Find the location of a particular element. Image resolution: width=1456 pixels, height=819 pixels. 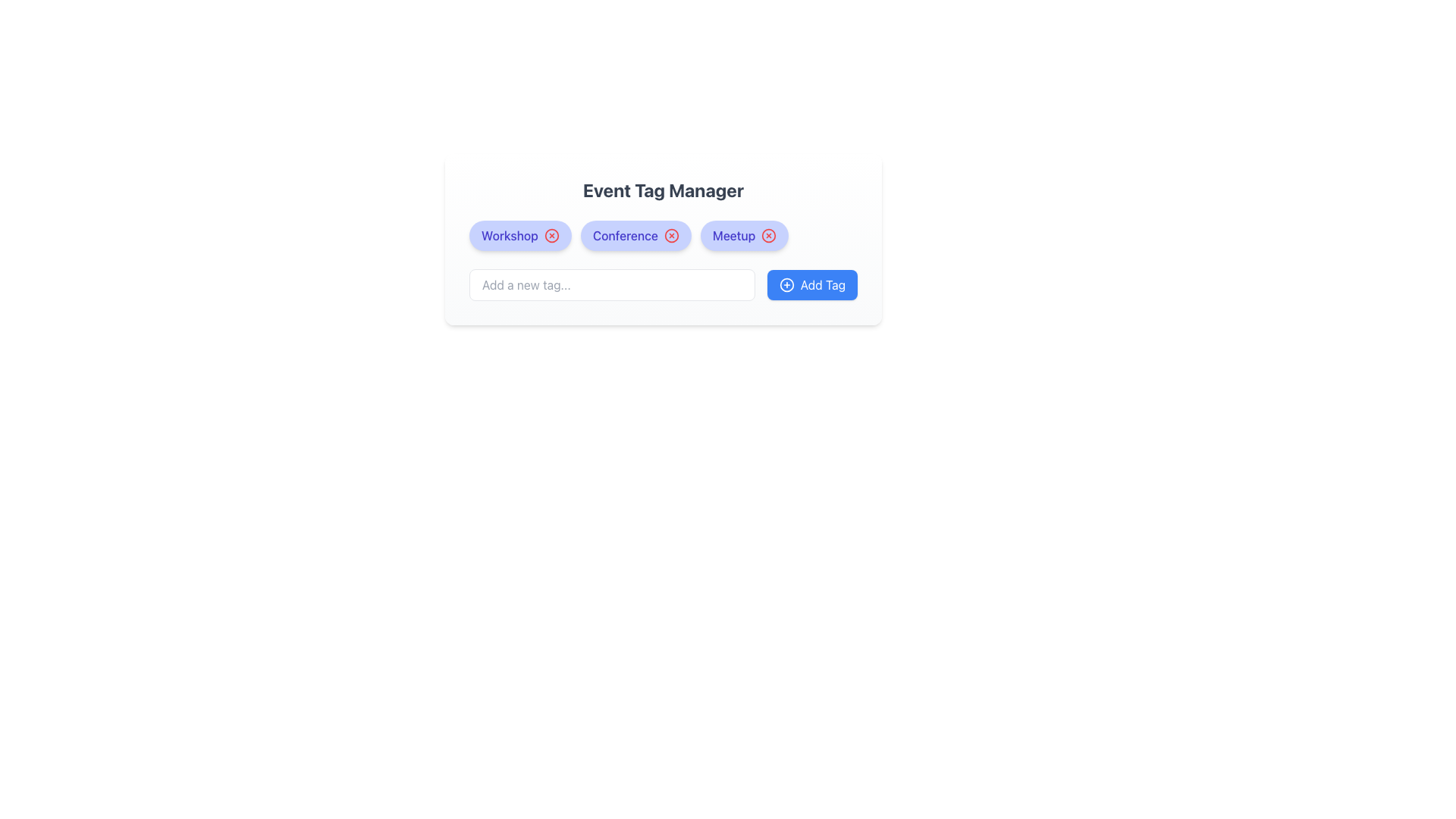

the SVG-based icon depicting a circle with a plus symbol, which is located within the 'Add Tag' button on the far-right side of the interface is located at coordinates (786, 284).